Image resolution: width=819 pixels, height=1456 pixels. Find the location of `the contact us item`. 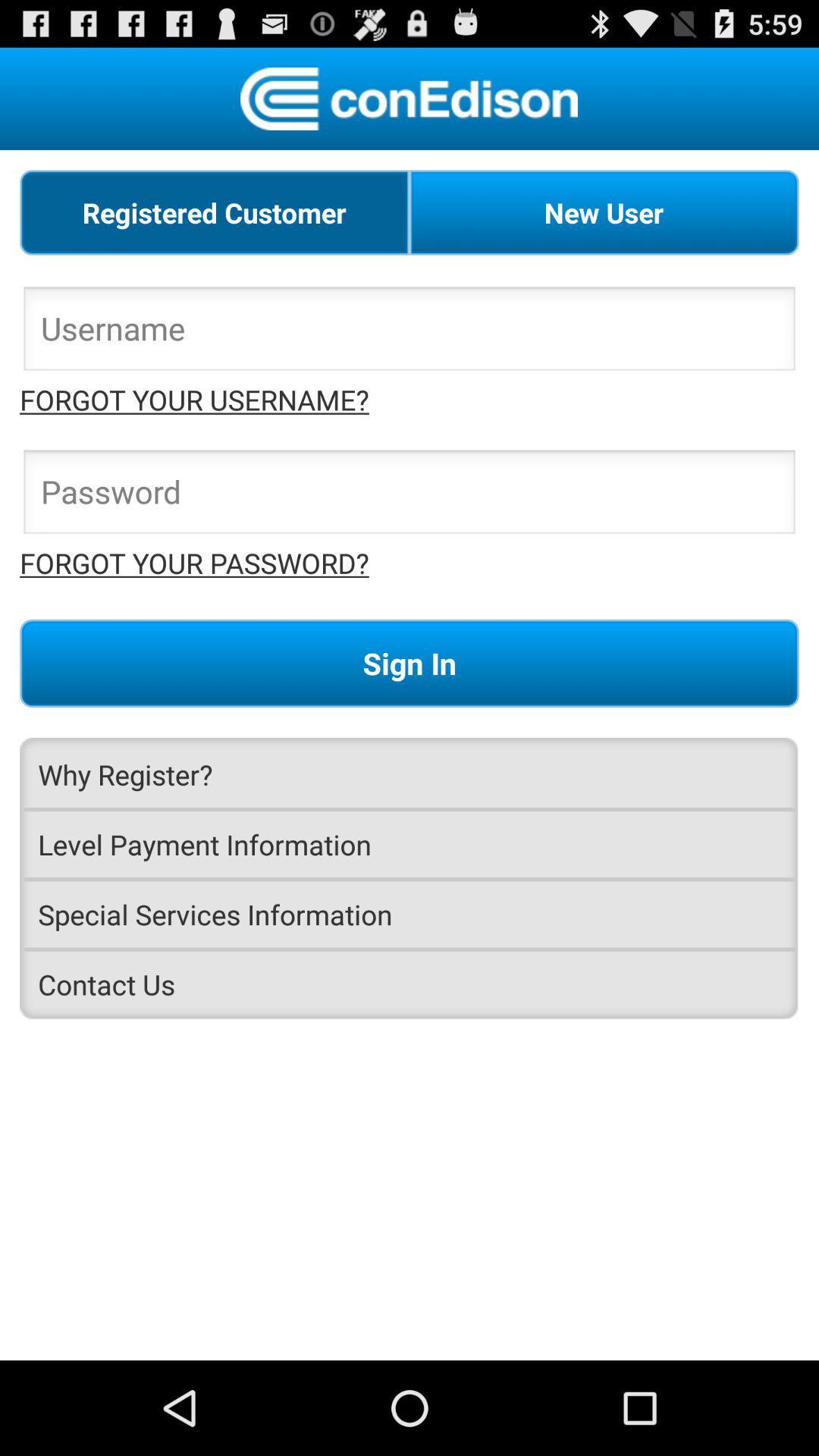

the contact us item is located at coordinates (409, 984).